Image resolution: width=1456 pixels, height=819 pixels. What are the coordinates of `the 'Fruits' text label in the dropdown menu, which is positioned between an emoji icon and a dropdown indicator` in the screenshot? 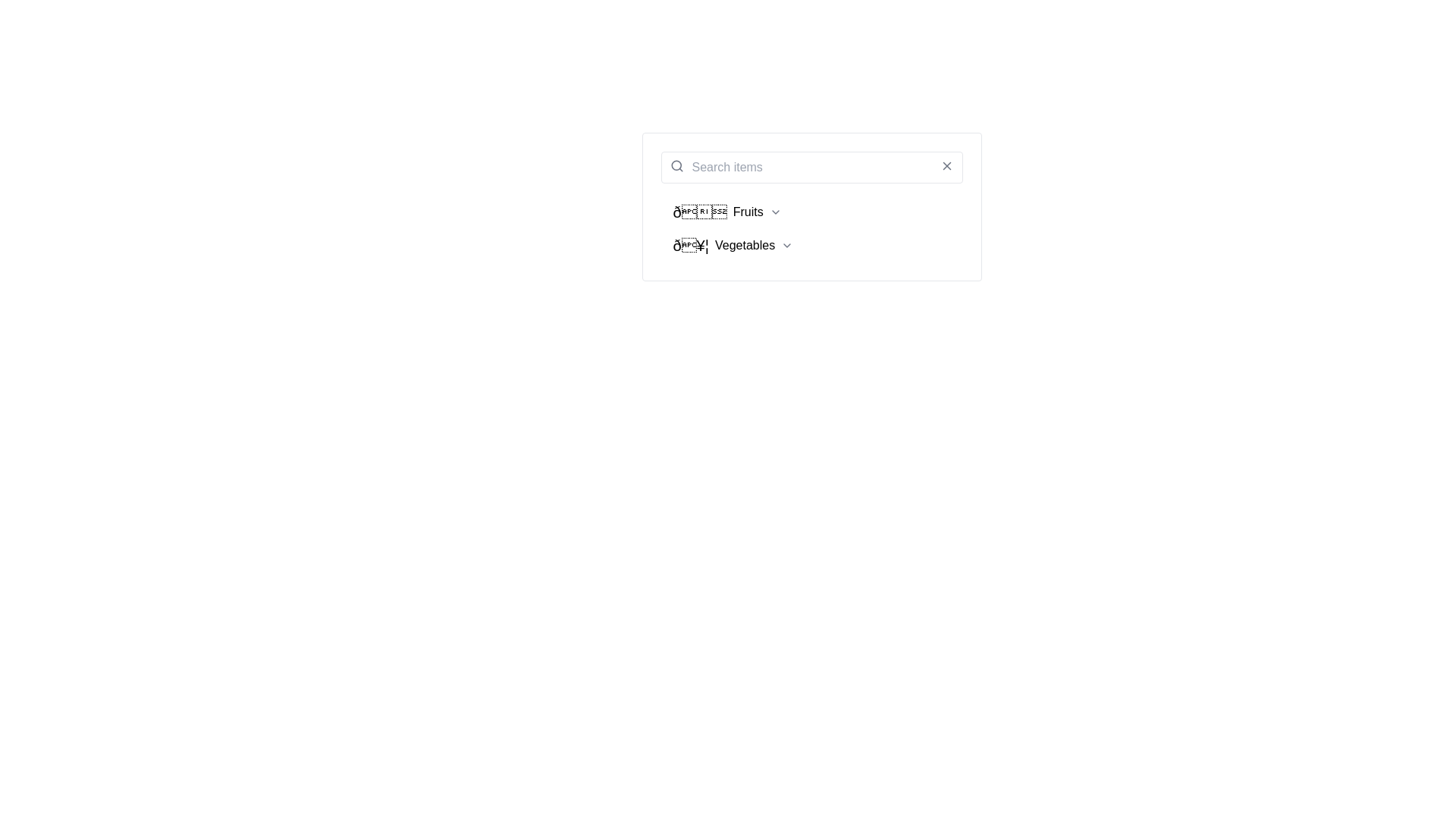 It's located at (748, 212).